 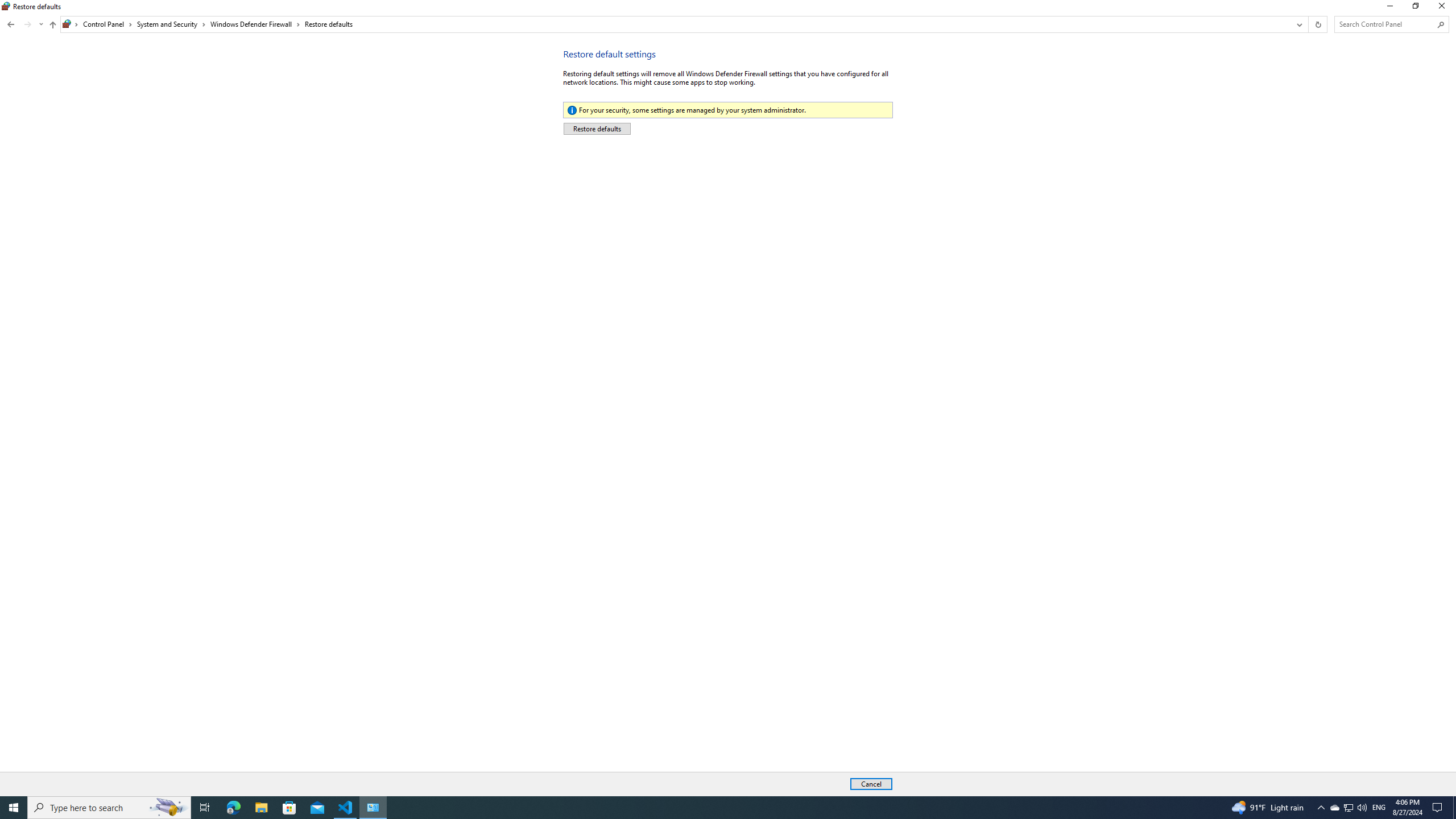 What do you see at coordinates (53, 26) in the screenshot?
I see `'Navigation buttons'` at bounding box center [53, 26].